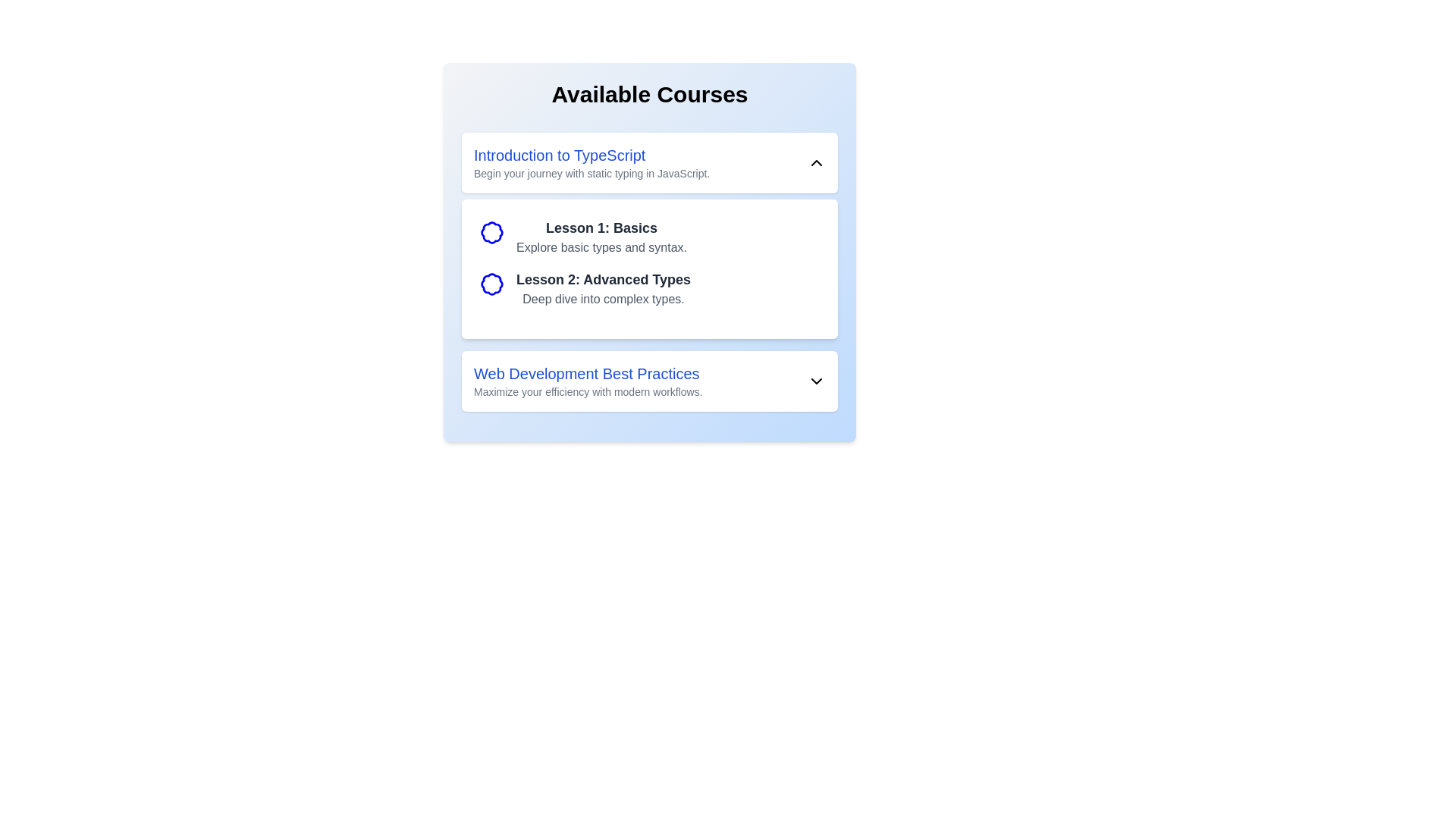 Image resolution: width=1456 pixels, height=819 pixels. What do you see at coordinates (650, 236) in the screenshot?
I see `text for course information from the Information Display Card titled 'Introduction to TypeScript', which is centrally located in the interface` at bounding box center [650, 236].